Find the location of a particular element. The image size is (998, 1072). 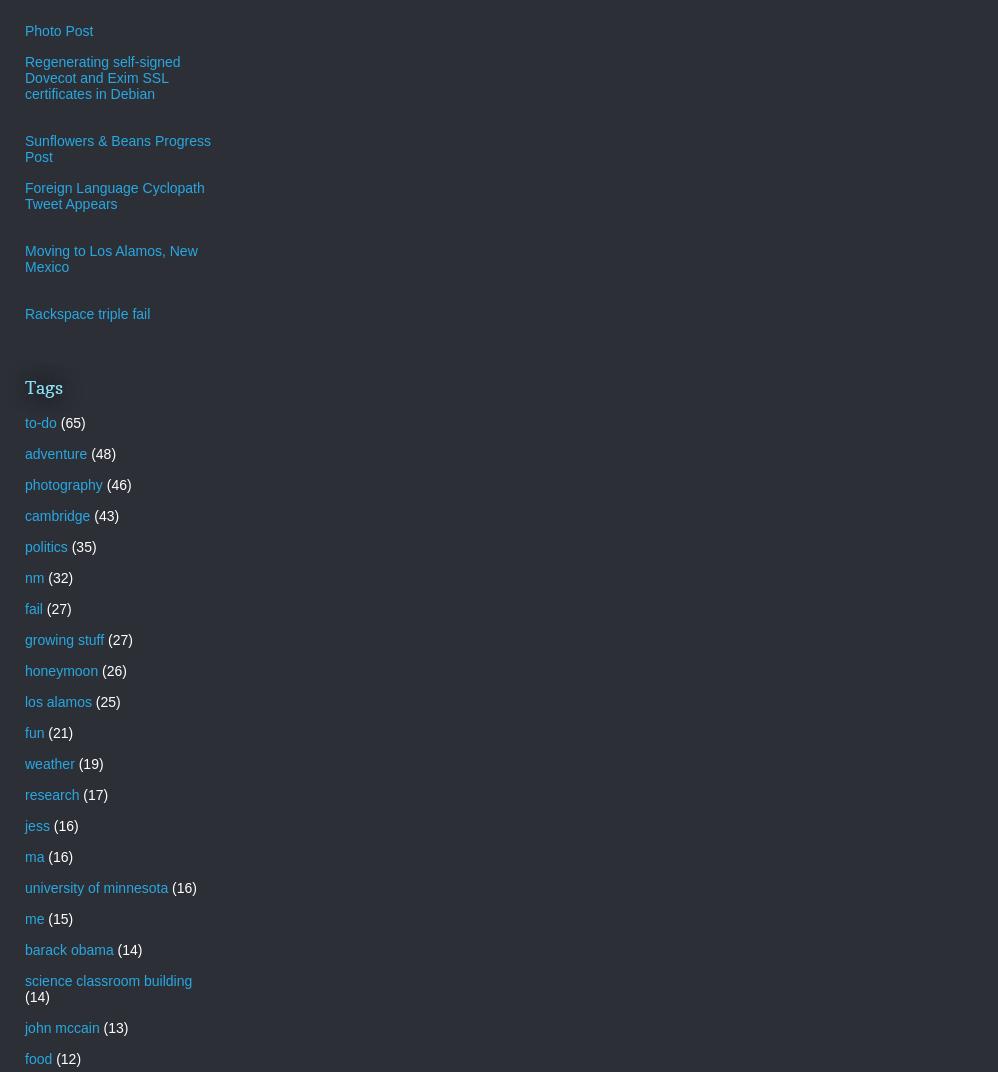

'to-do' is located at coordinates (40, 421).